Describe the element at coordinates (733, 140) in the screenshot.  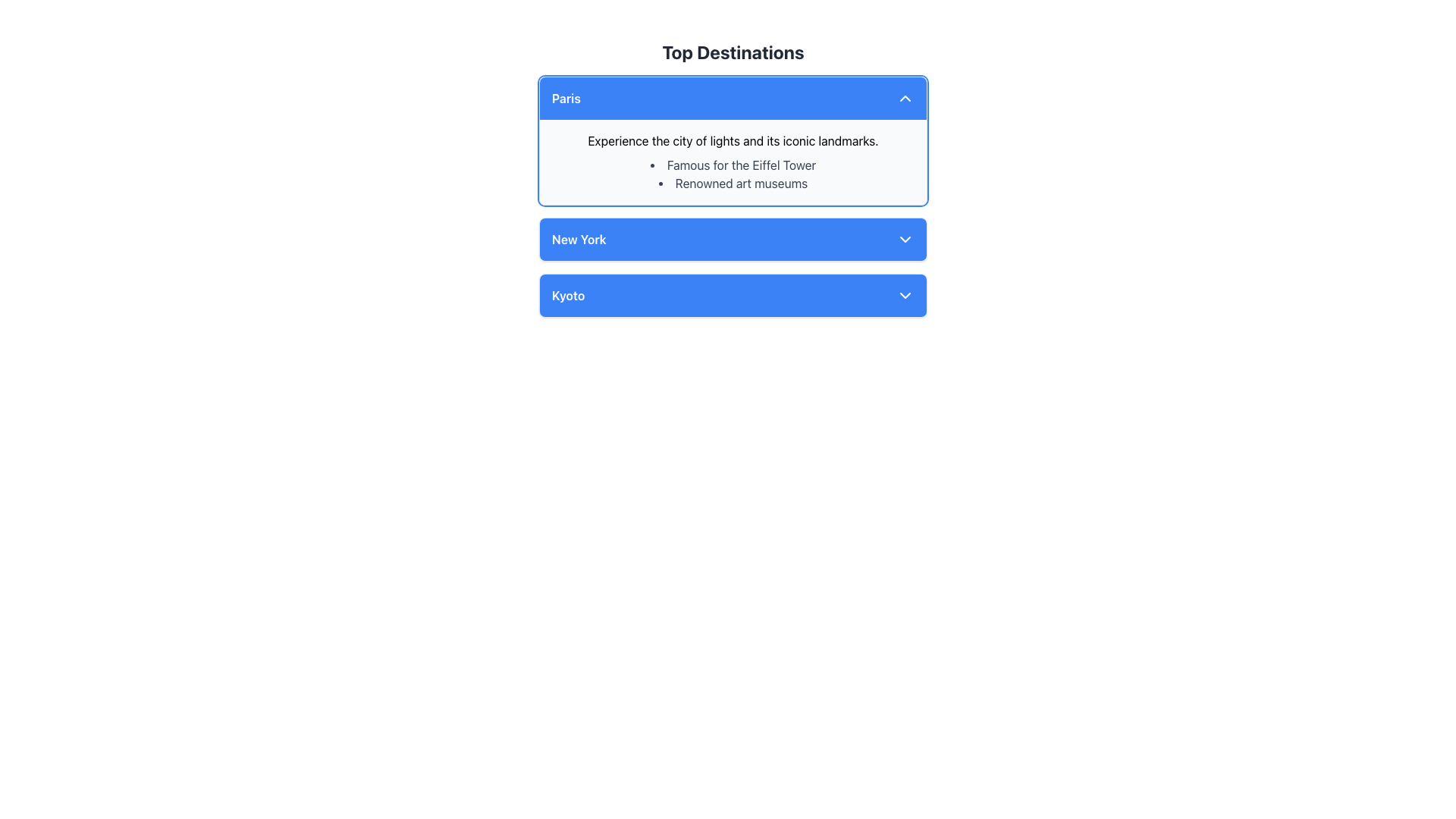
I see `text block displaying 'Experience the city of lights and its iconic landmarks.' which is located in the dropdown section titled 'Paris' in the 'Top Destinations' list, positioned directly below the title 'Paris.'` at that location.